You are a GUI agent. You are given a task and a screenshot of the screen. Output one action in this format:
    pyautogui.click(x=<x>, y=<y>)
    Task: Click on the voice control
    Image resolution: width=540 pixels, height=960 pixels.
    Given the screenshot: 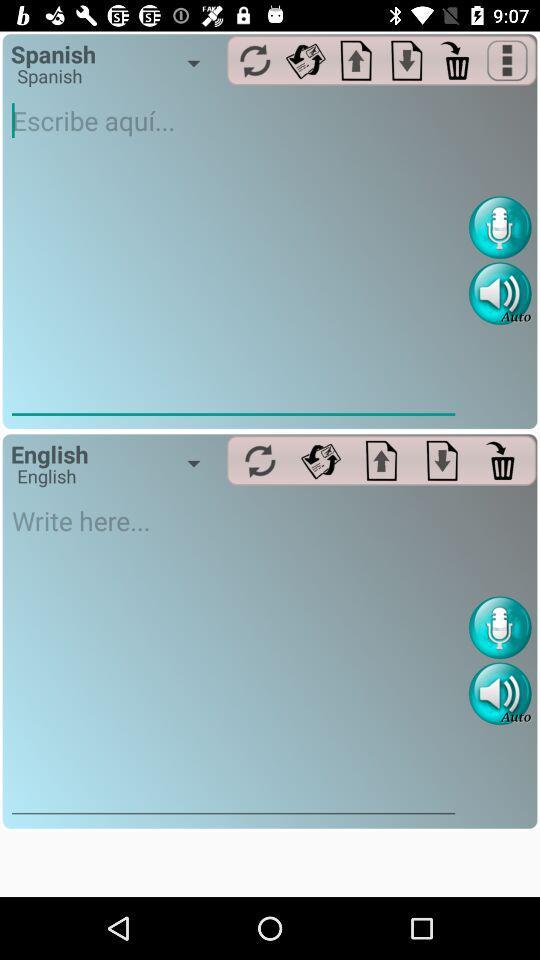 What is the action you would take?
    pyautogui.click(x=499, y=227)
    